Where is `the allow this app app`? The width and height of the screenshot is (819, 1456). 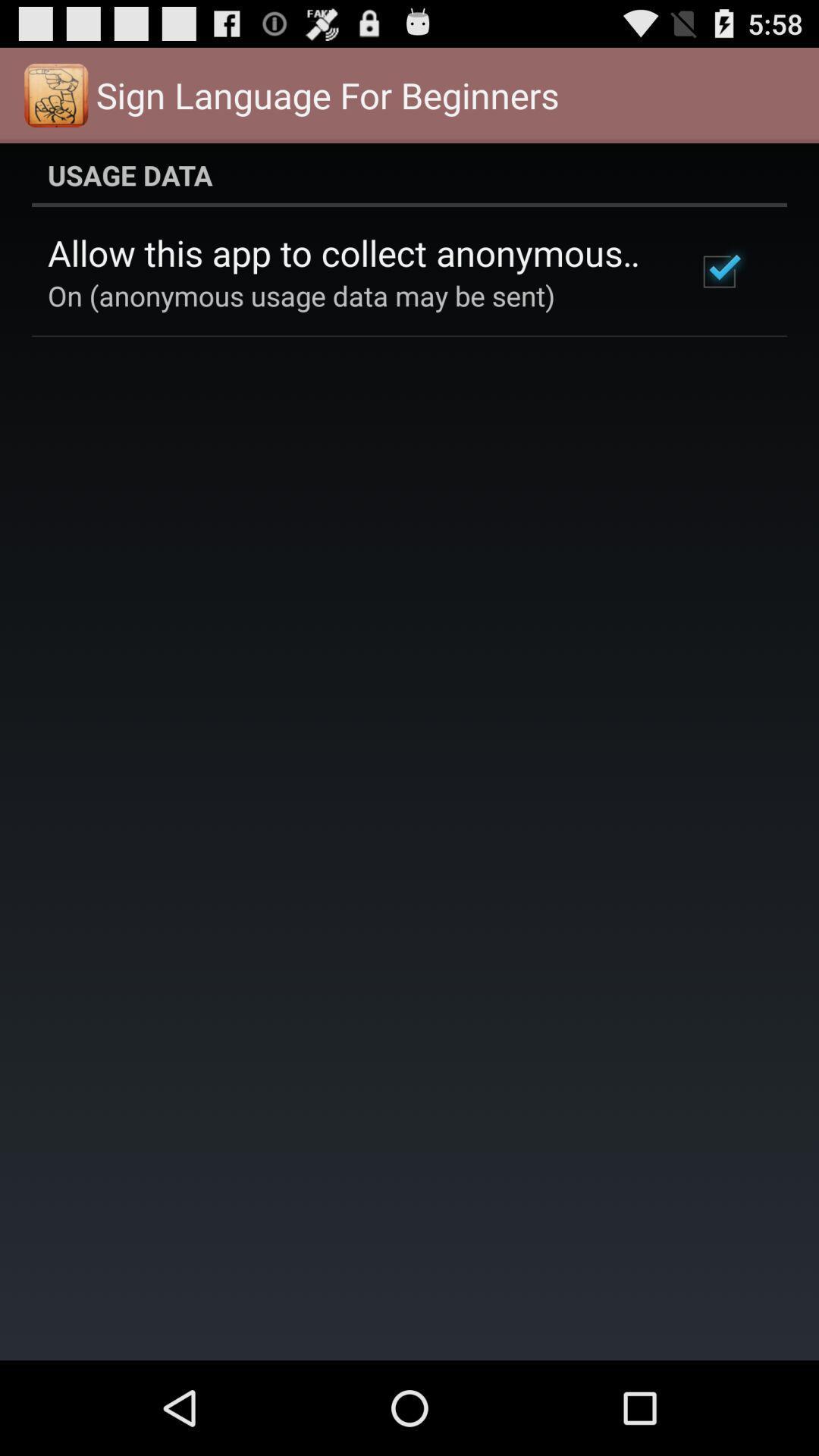 the allow this app app is located at coordinates (351, 253).